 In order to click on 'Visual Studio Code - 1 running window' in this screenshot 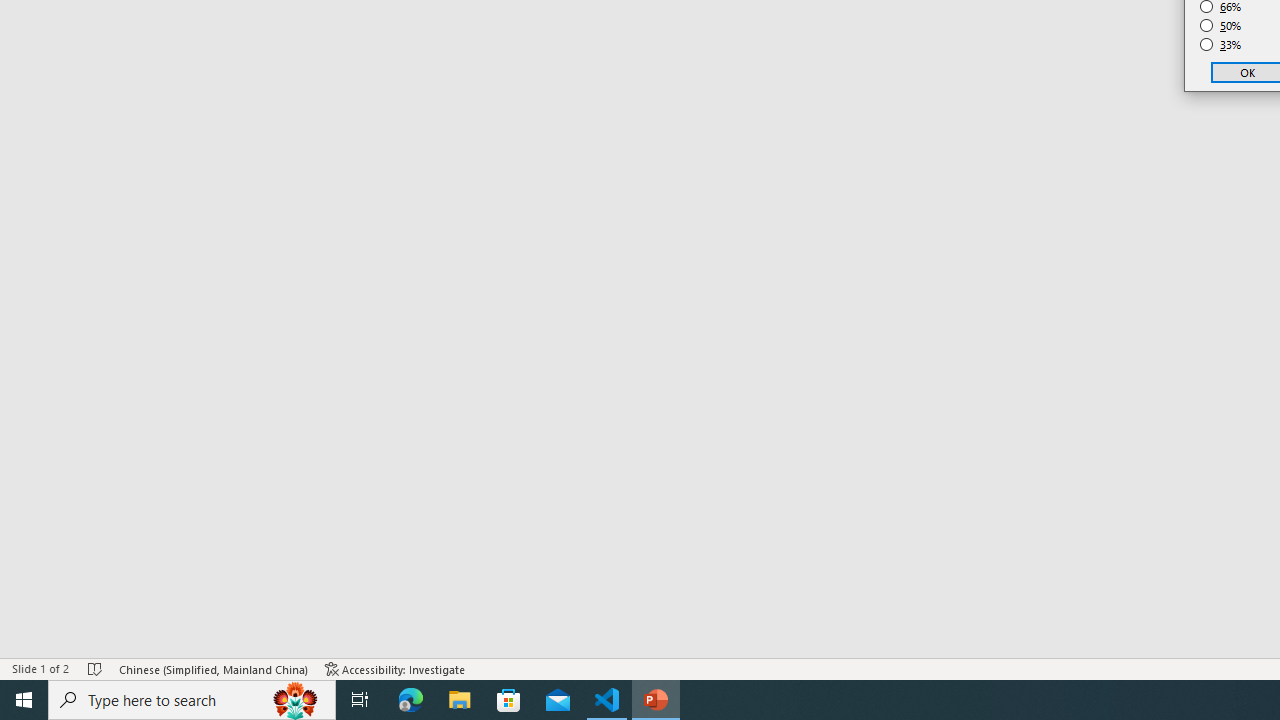, I will do `click(606, 698)`.